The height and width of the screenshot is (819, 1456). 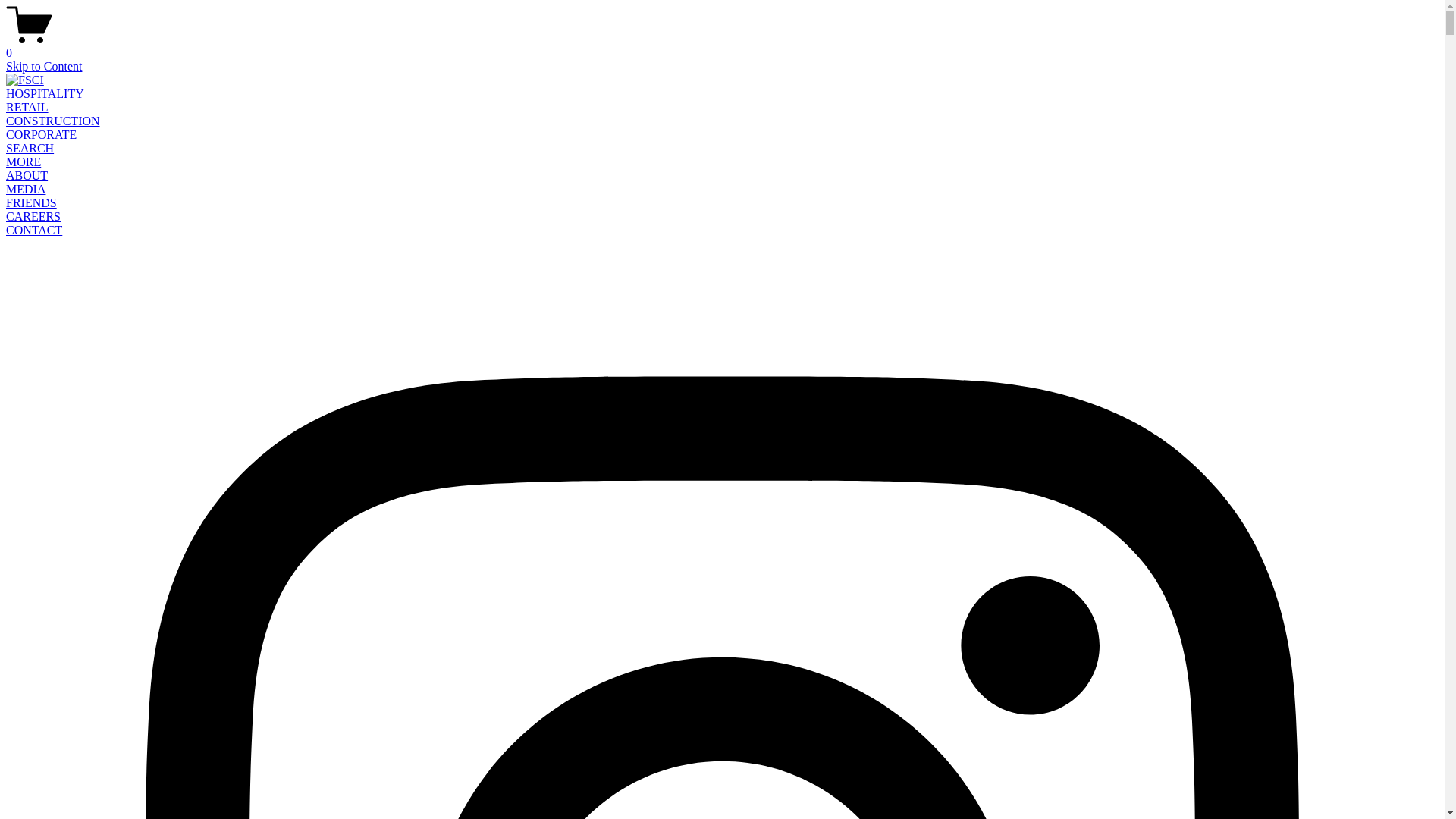 What do you see at coordinates (33, 230) in the screenshot?
I see `'CONTACT'` at bounding box center [33, 230].